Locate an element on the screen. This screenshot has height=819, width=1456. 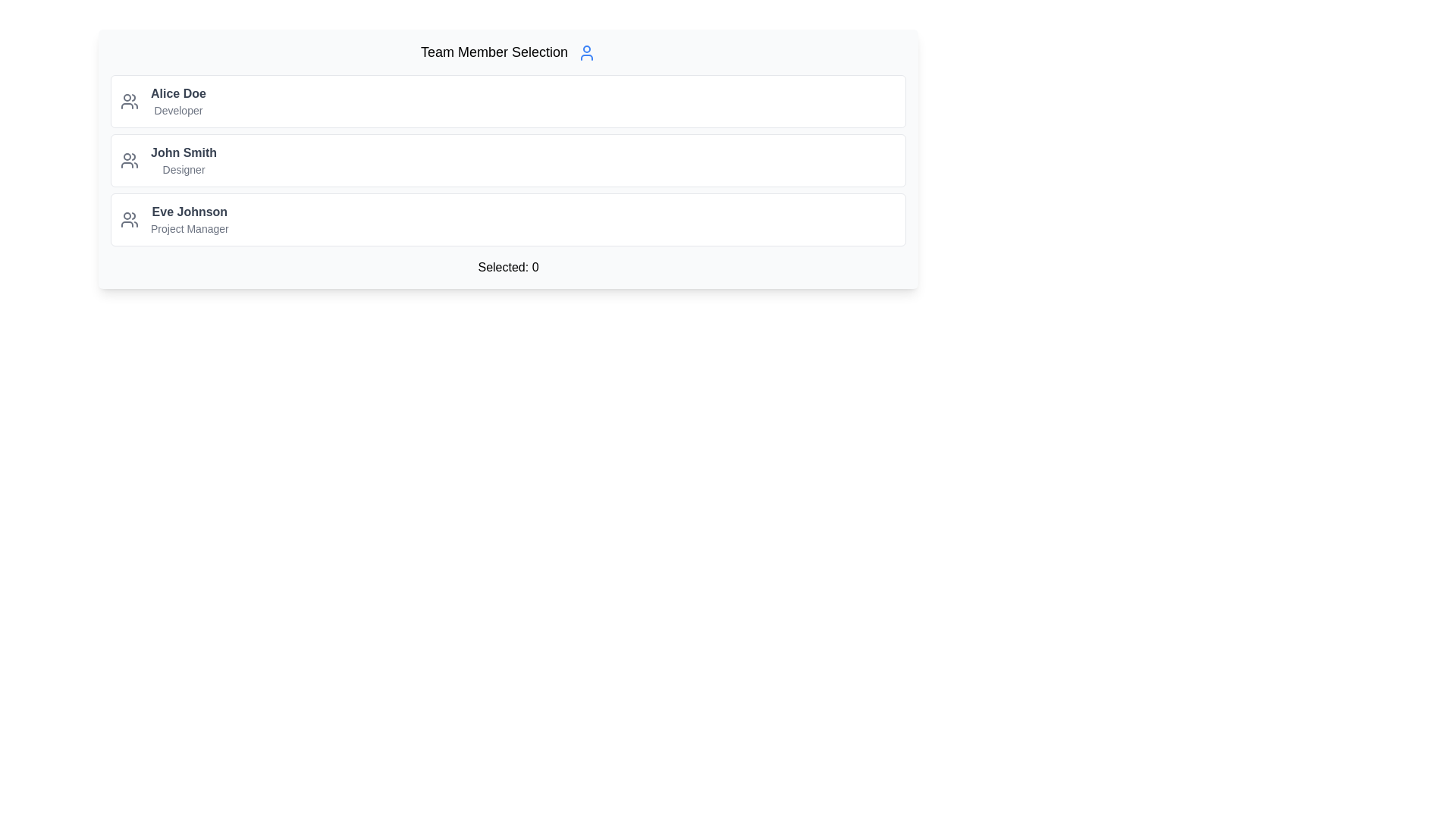
identification and role information for the user named Alice Doe, located in the text block at the top of the user cards list, next to the user icon is located at coordinates (178, 102).